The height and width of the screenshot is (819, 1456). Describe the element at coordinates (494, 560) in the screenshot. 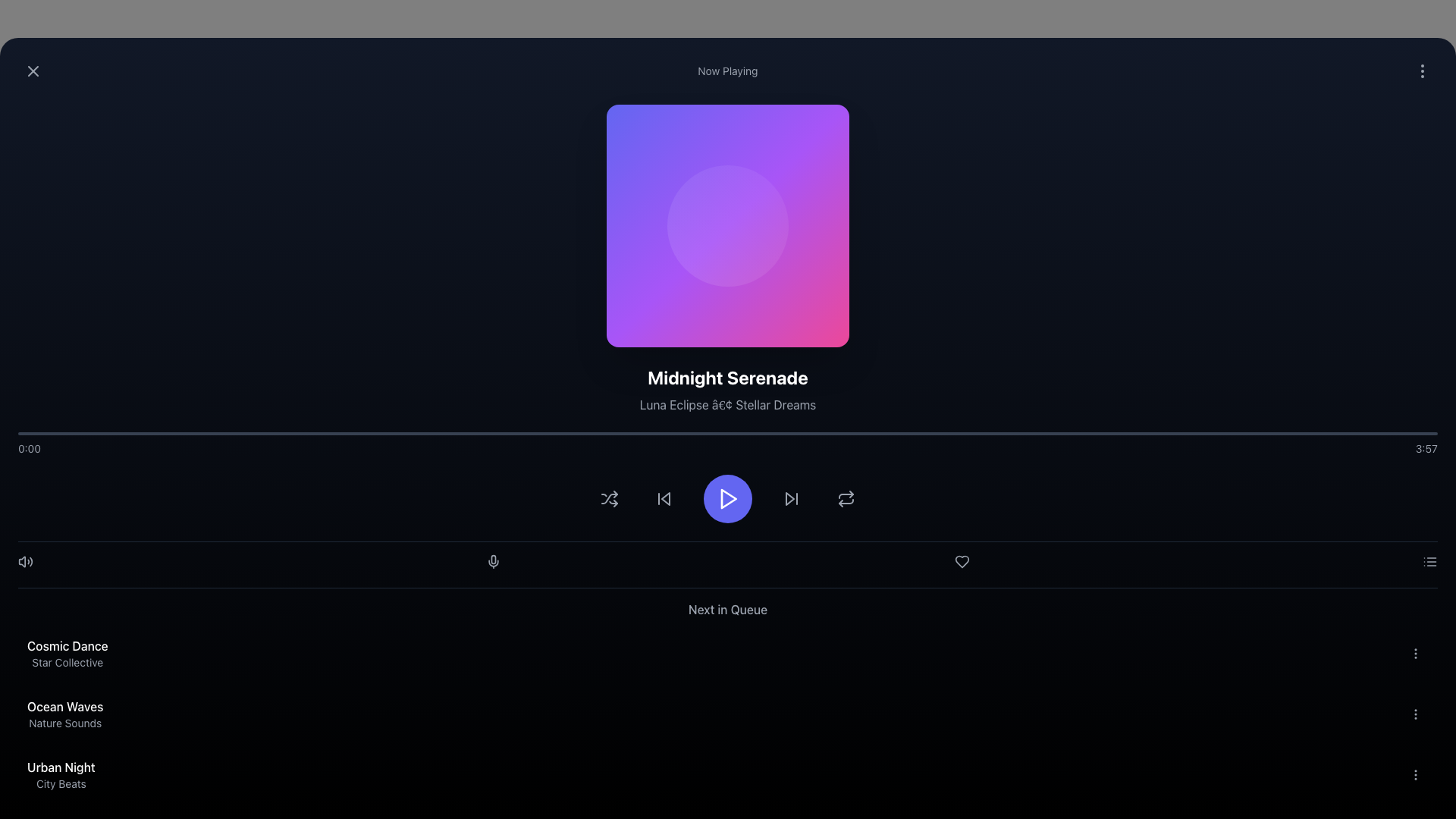

I see `the microphone icon, which is a small rounded icon used for audio recording, located in the bottom control bar between the like icon and the volume indicator` at that location.